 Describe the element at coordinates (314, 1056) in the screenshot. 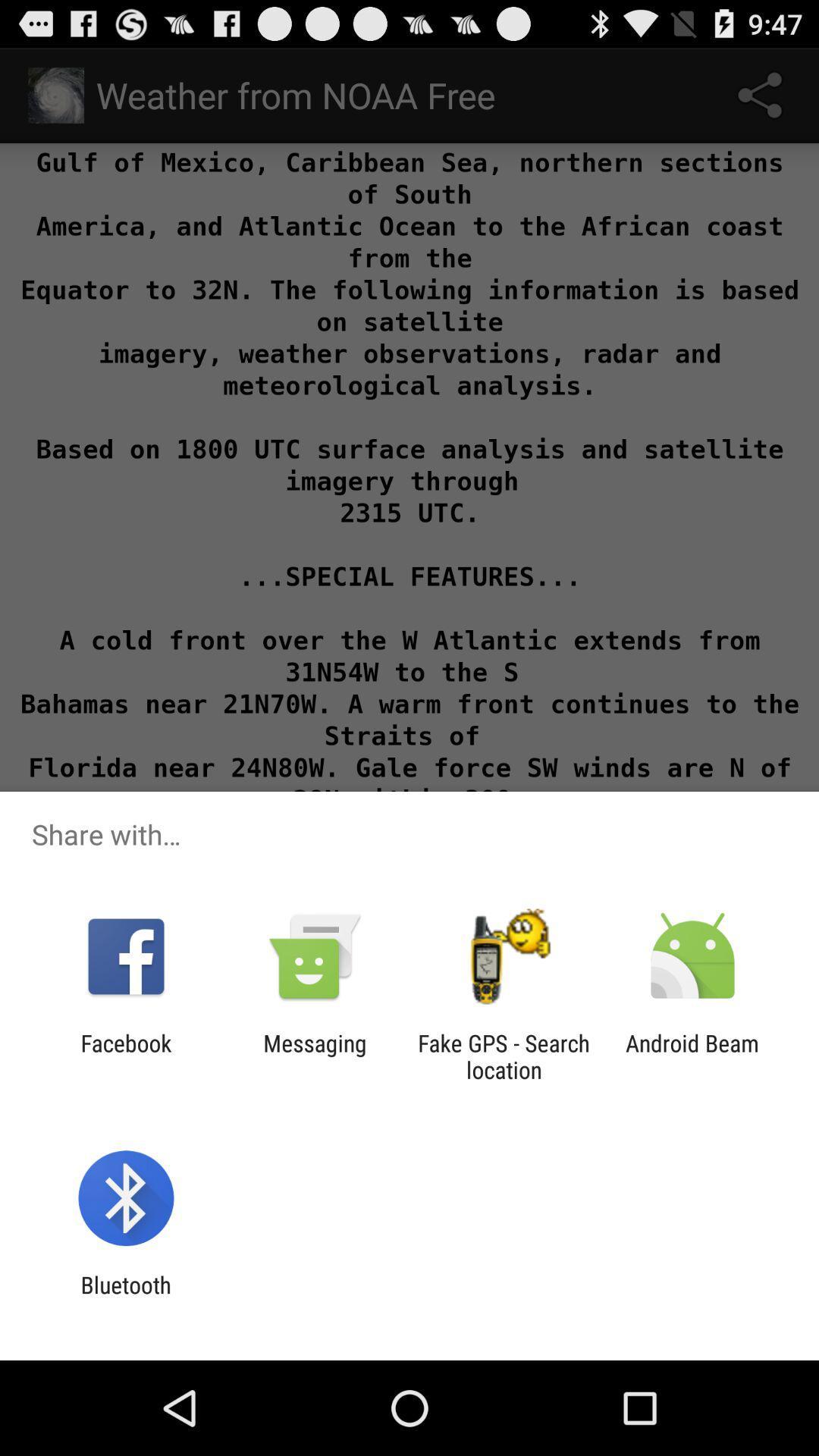

I see `the messaging` at that location.